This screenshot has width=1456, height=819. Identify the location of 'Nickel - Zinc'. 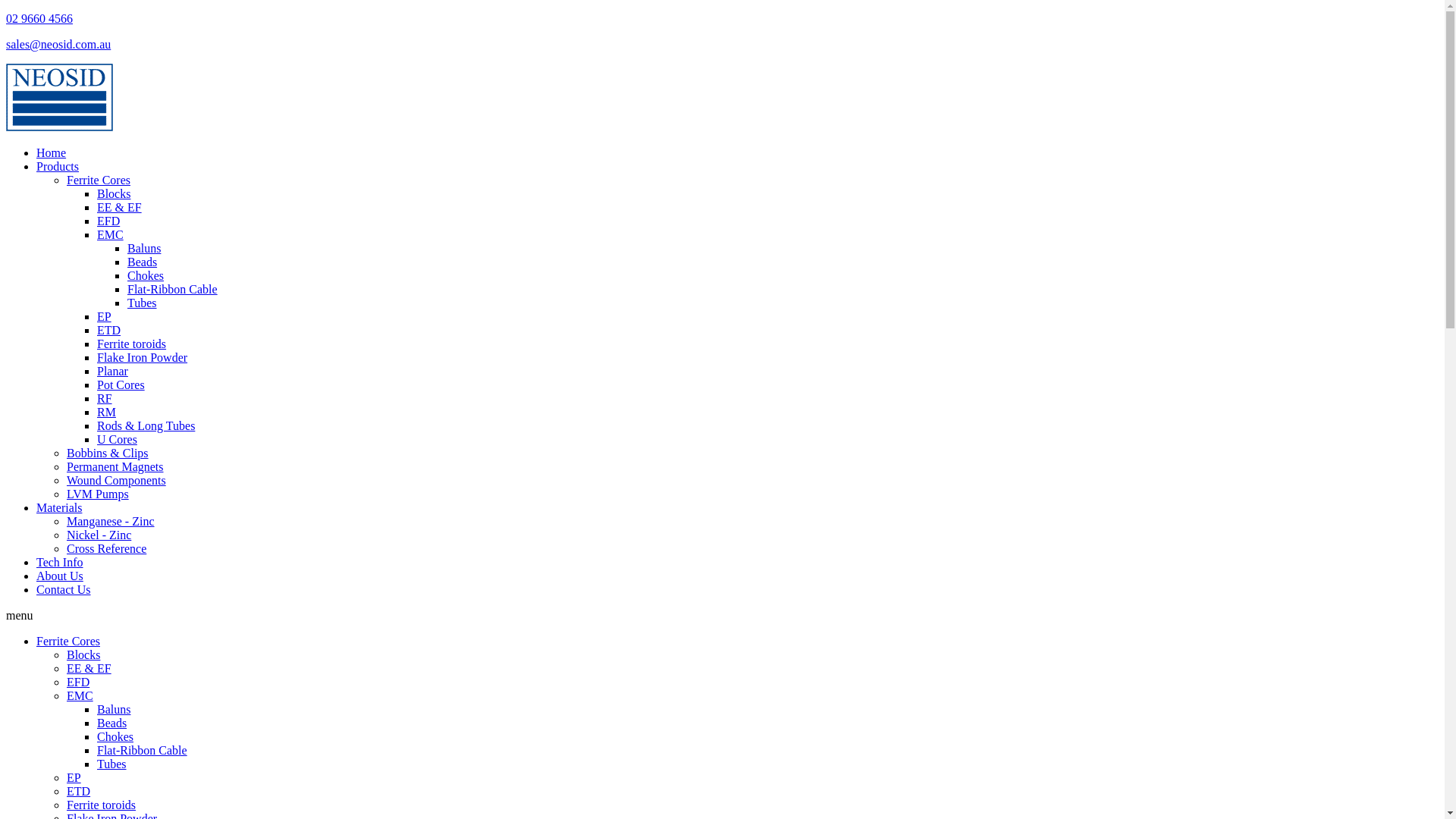
(98, 534).